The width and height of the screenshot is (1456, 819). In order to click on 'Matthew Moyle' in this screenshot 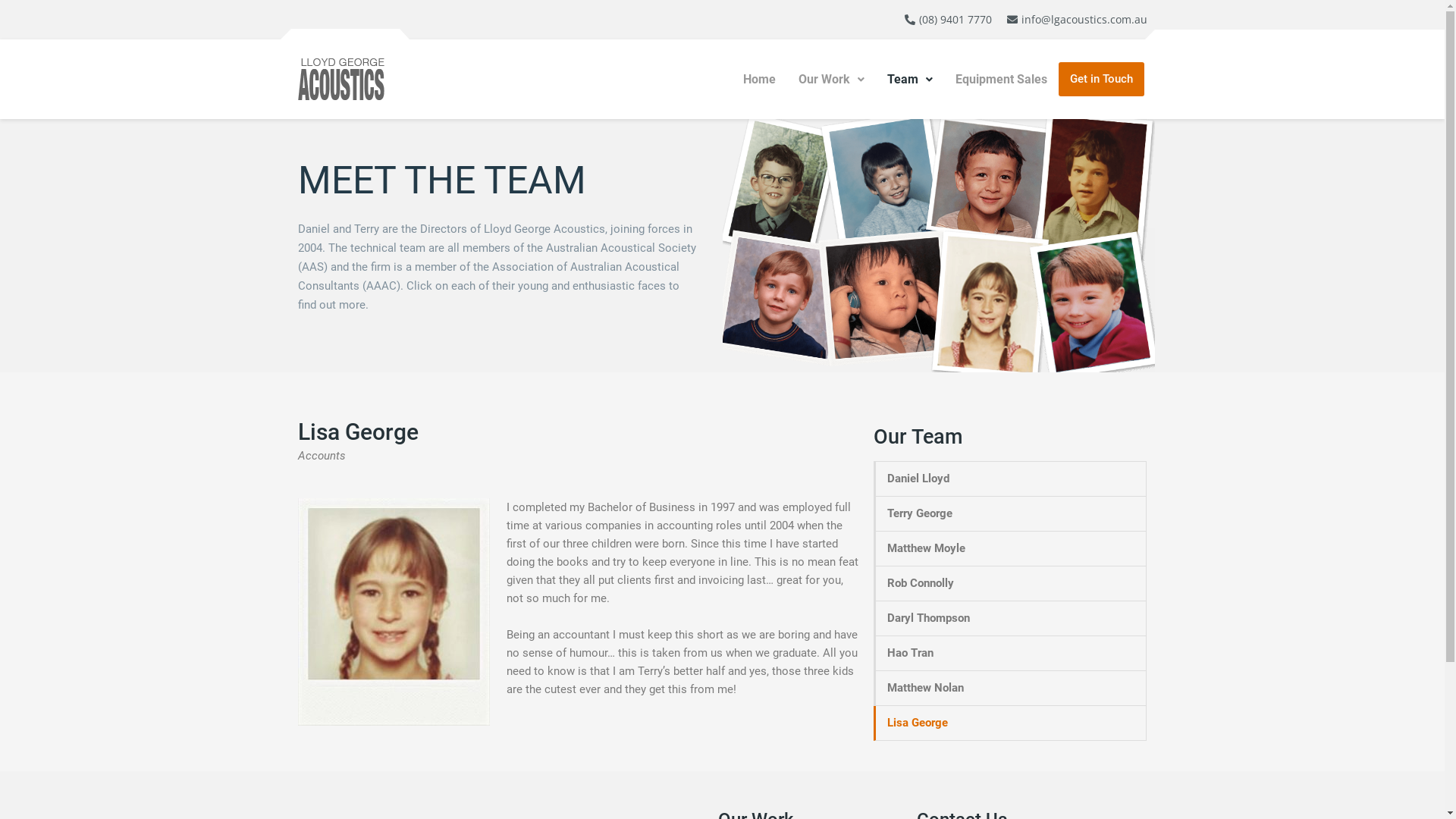, I will do `click(1011, 548)`.